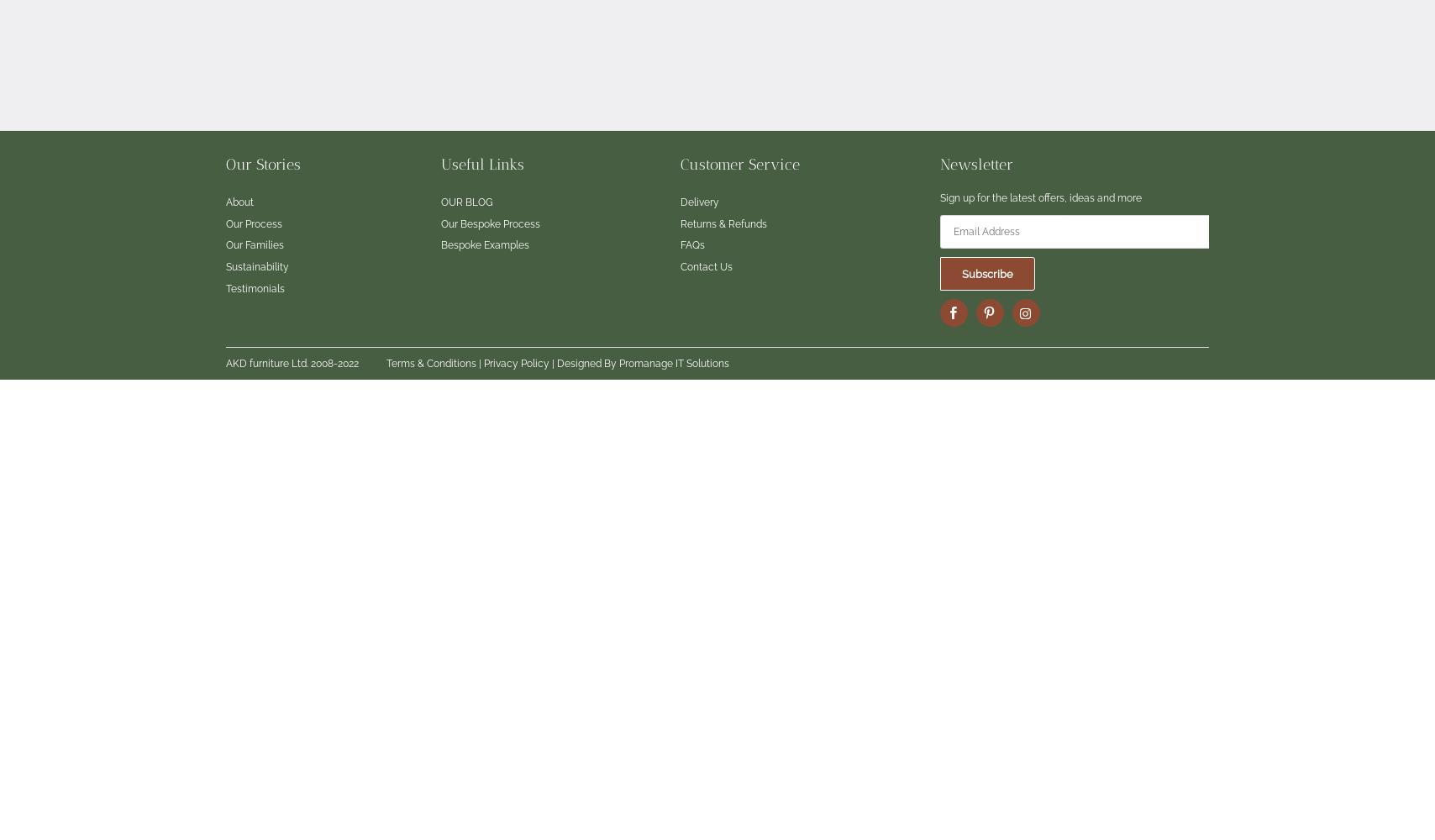 The width and height of the screenshot is (1435, 840). I want to click on 'Sign up for the latest offers, ideas and more', so click(1040, 197).